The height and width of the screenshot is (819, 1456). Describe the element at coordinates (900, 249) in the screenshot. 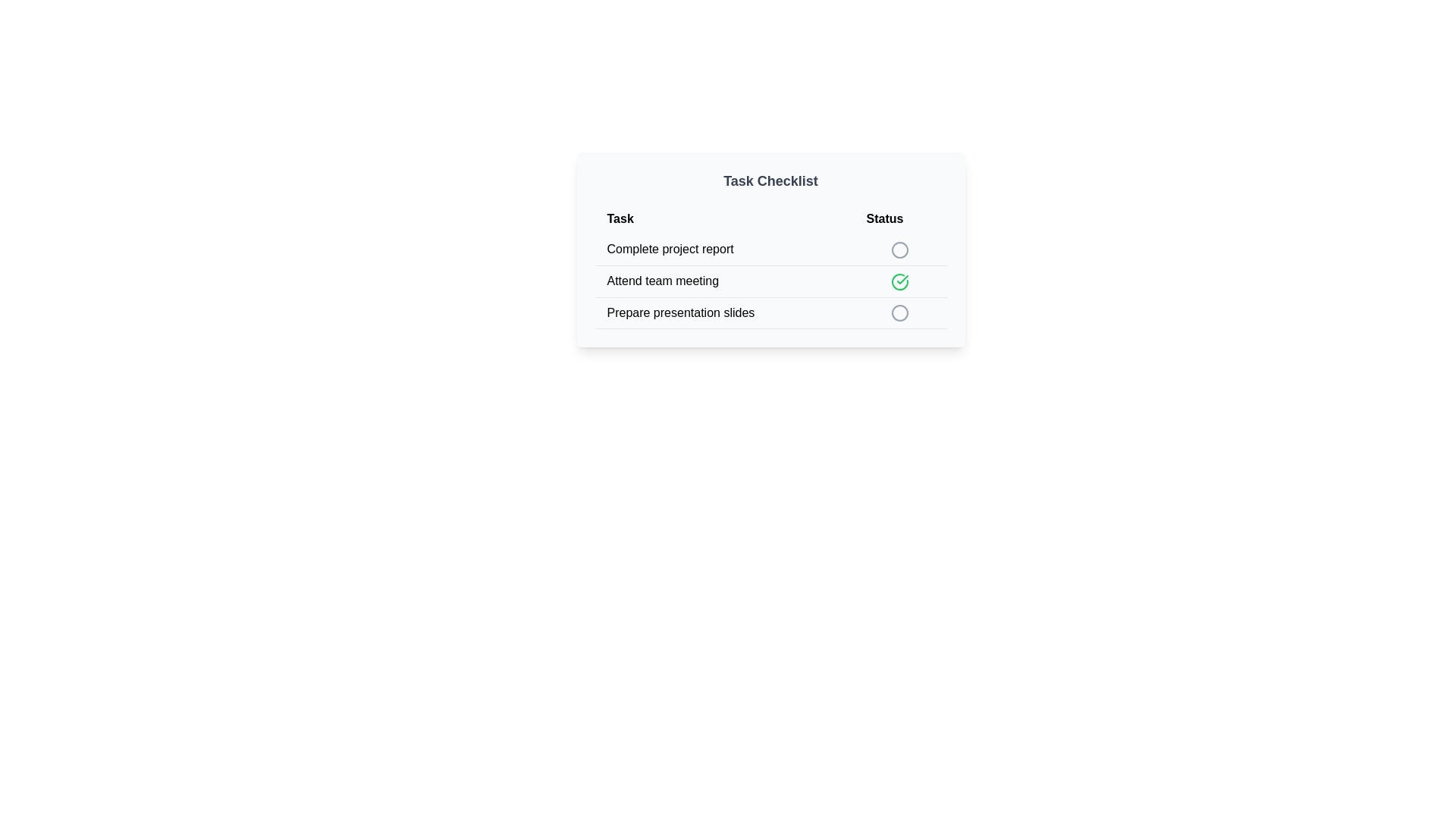

I see `the circular gray outlined icon in the 'Status' column adjacent to 'Complete project report'` at that location.